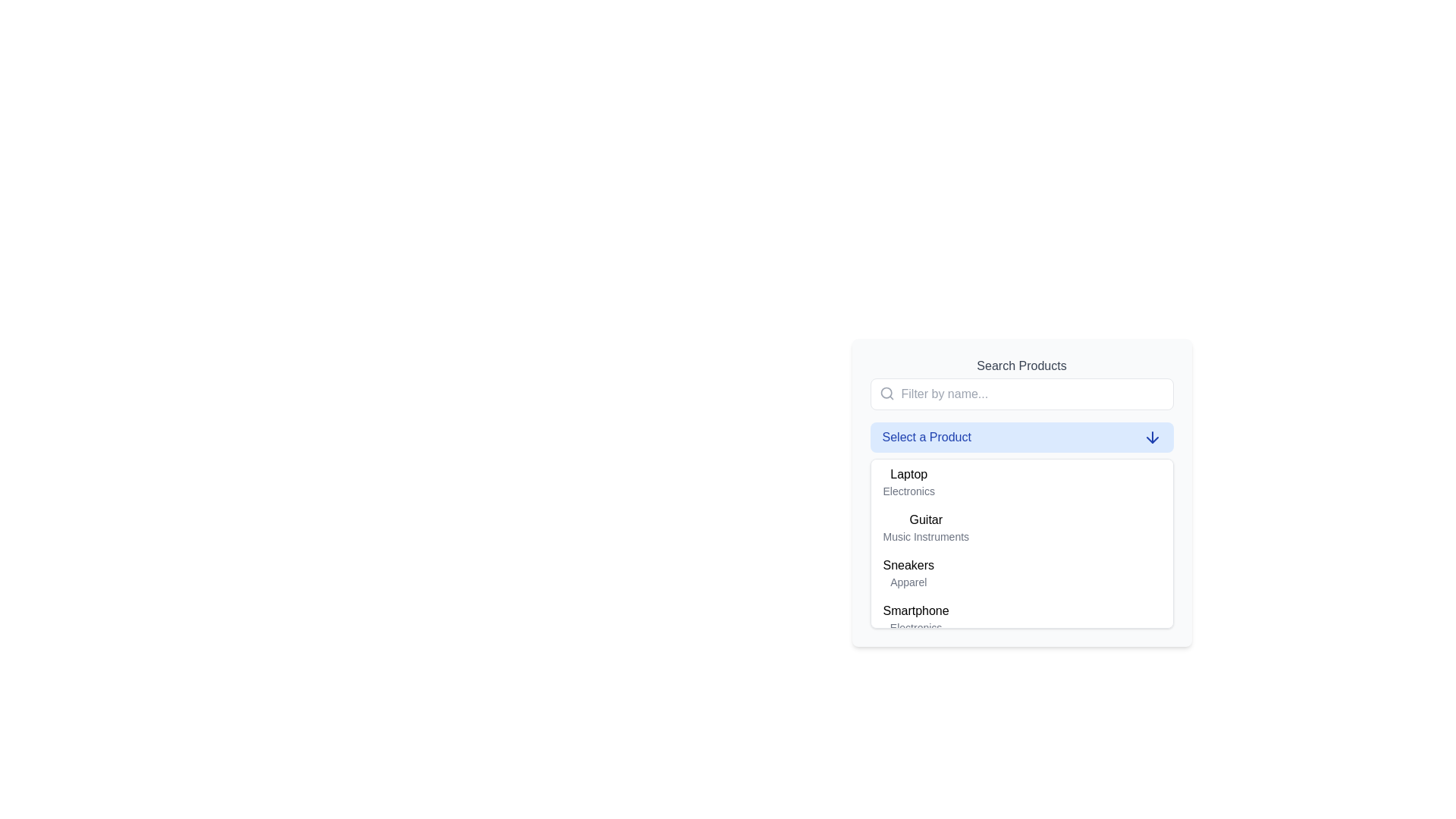  Describe the element at coordinates (925, 519) in the screenshot. I see `the text label displaying 'Guitar'` at that location.